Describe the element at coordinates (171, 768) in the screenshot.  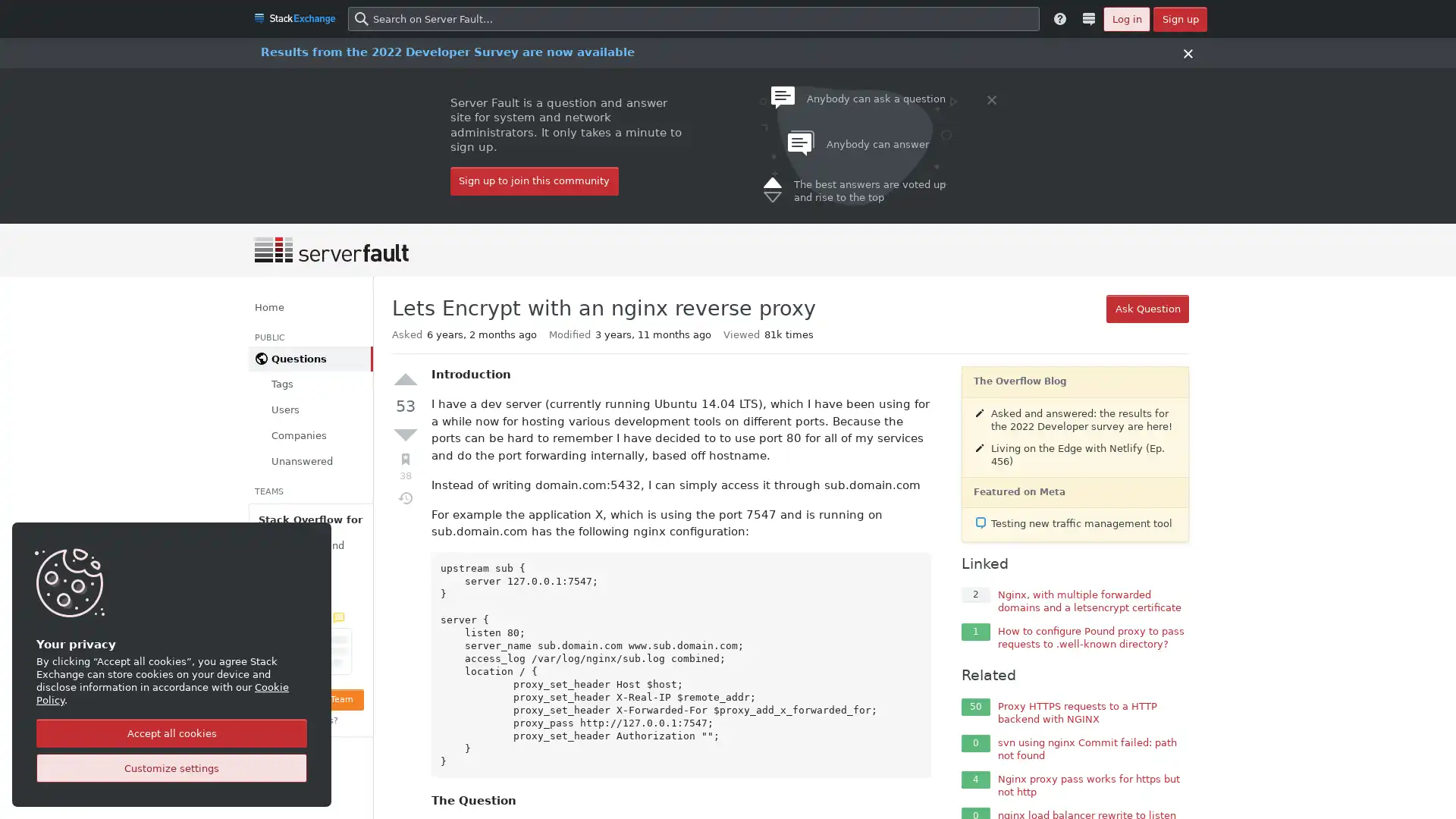
I see `Customize settings` at that location.